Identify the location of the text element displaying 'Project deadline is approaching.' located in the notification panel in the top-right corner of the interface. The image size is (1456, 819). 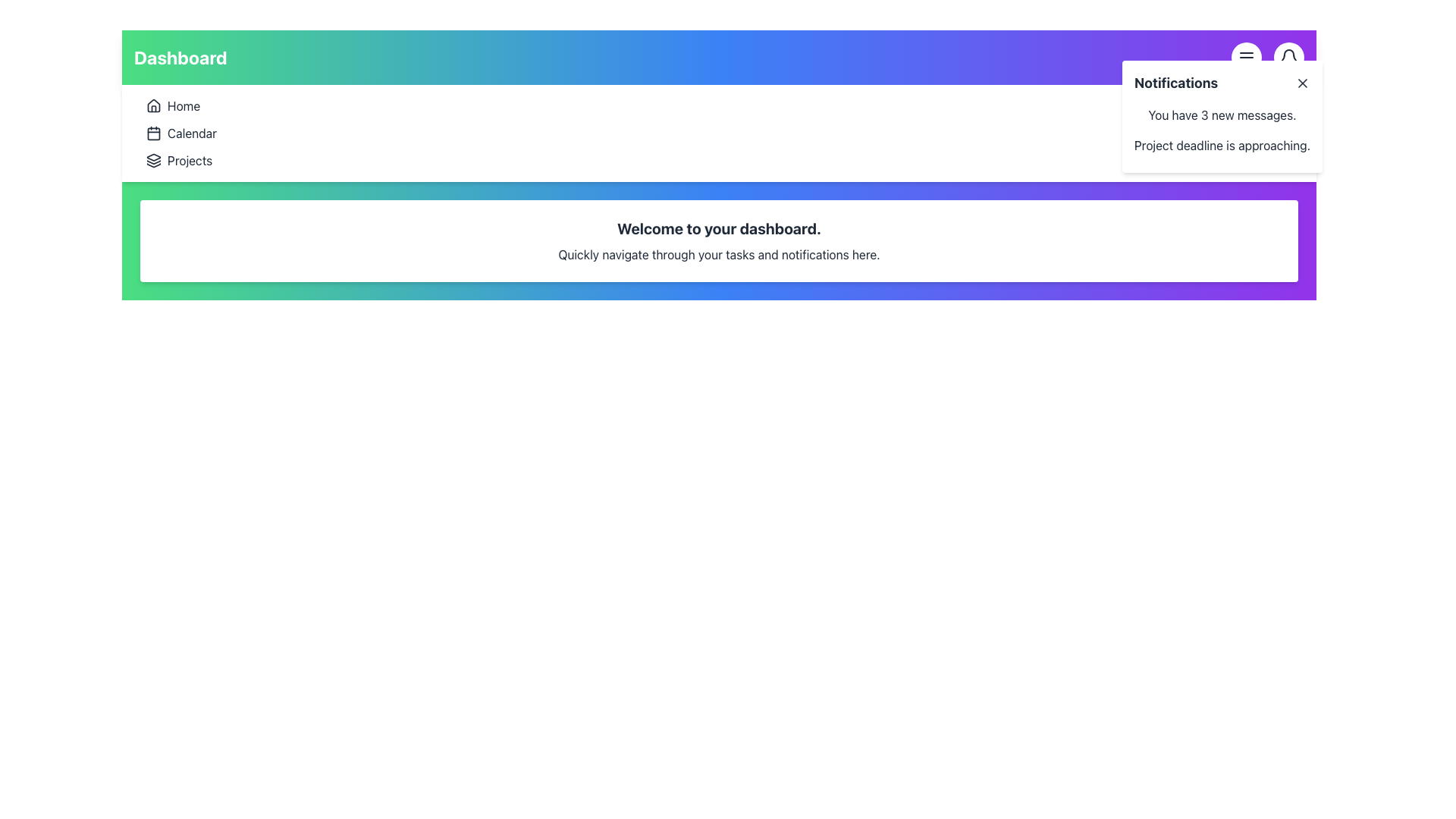
(1222, 146).